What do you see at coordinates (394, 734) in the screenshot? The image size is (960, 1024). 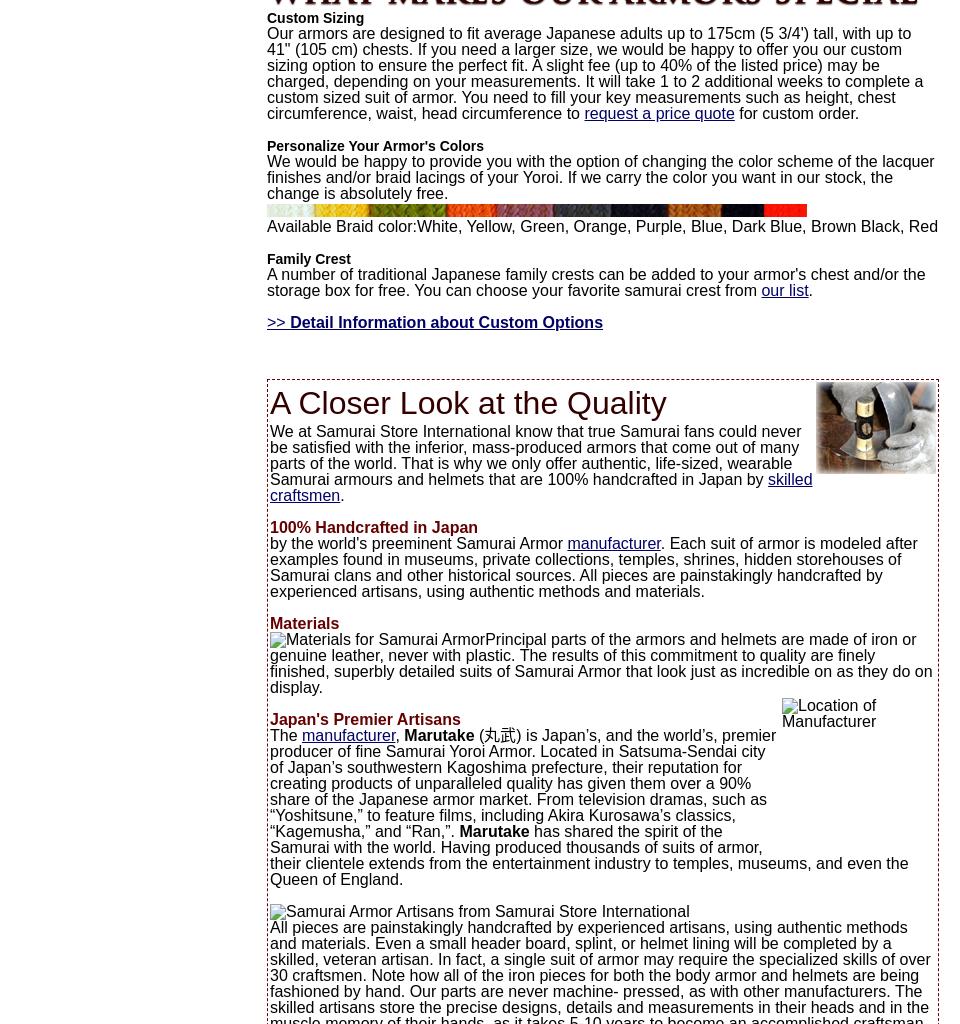 I see `','` at bounding box center [394, 734].